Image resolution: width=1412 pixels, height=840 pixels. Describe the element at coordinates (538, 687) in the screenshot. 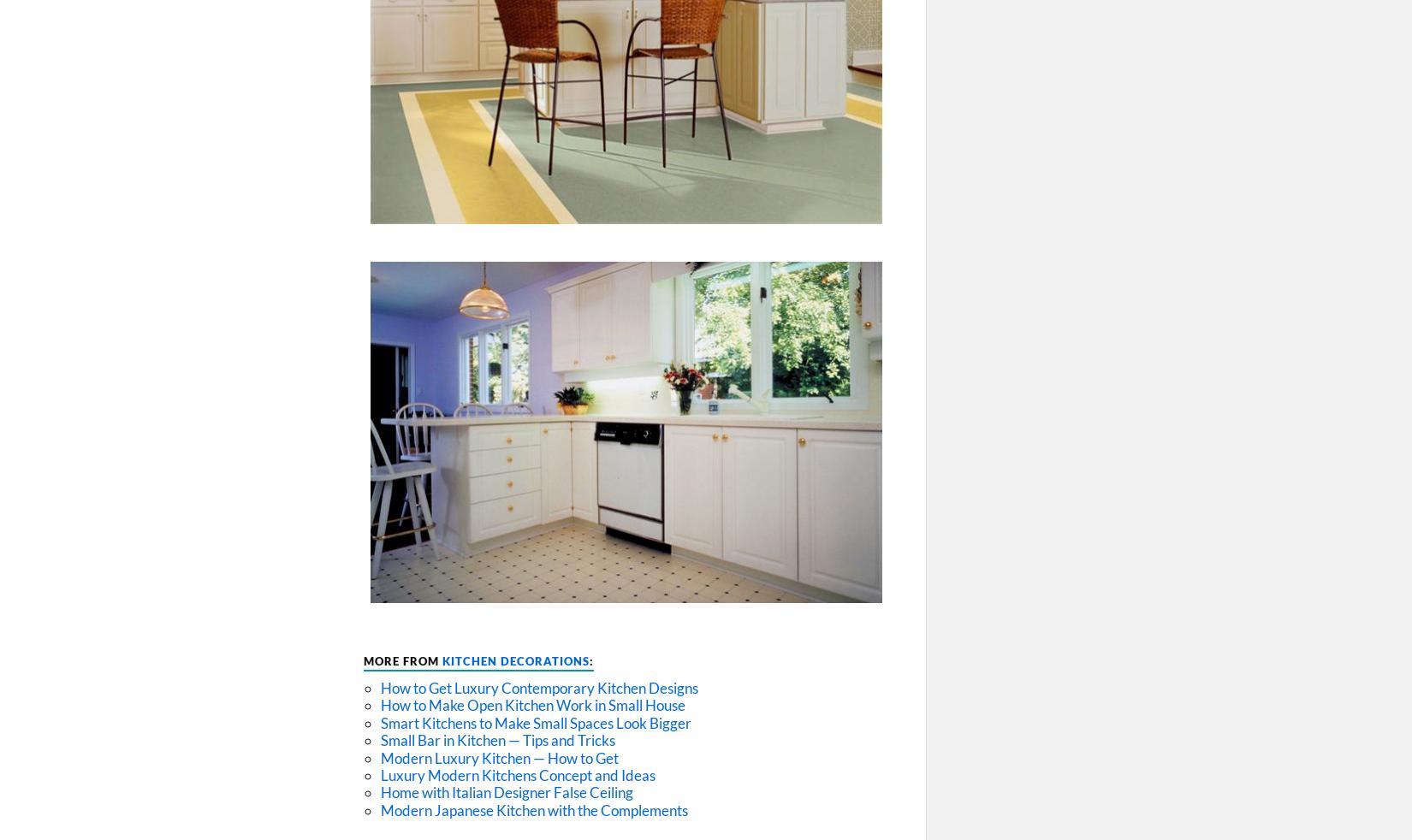

I see `'How to Get Luxury Contemporary Kitchen Designs'` at that location.